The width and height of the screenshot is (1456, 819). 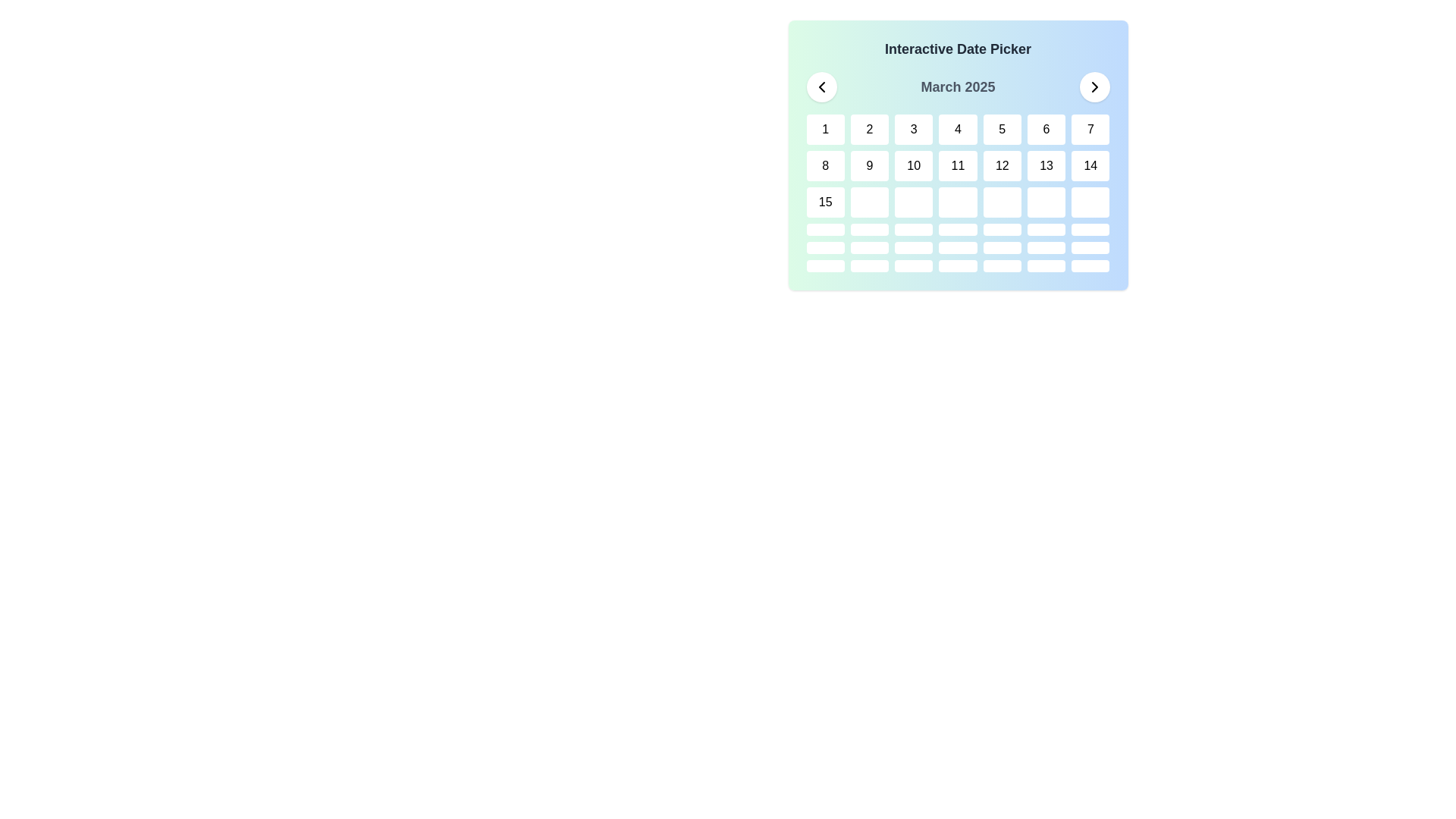 What do you see at coordinates (957, 166) in the screenshot?
I see `the button displaying the number '11' in the March 2025 calendar grid to interact with accessibility tools` at bounding box center [957, 166].